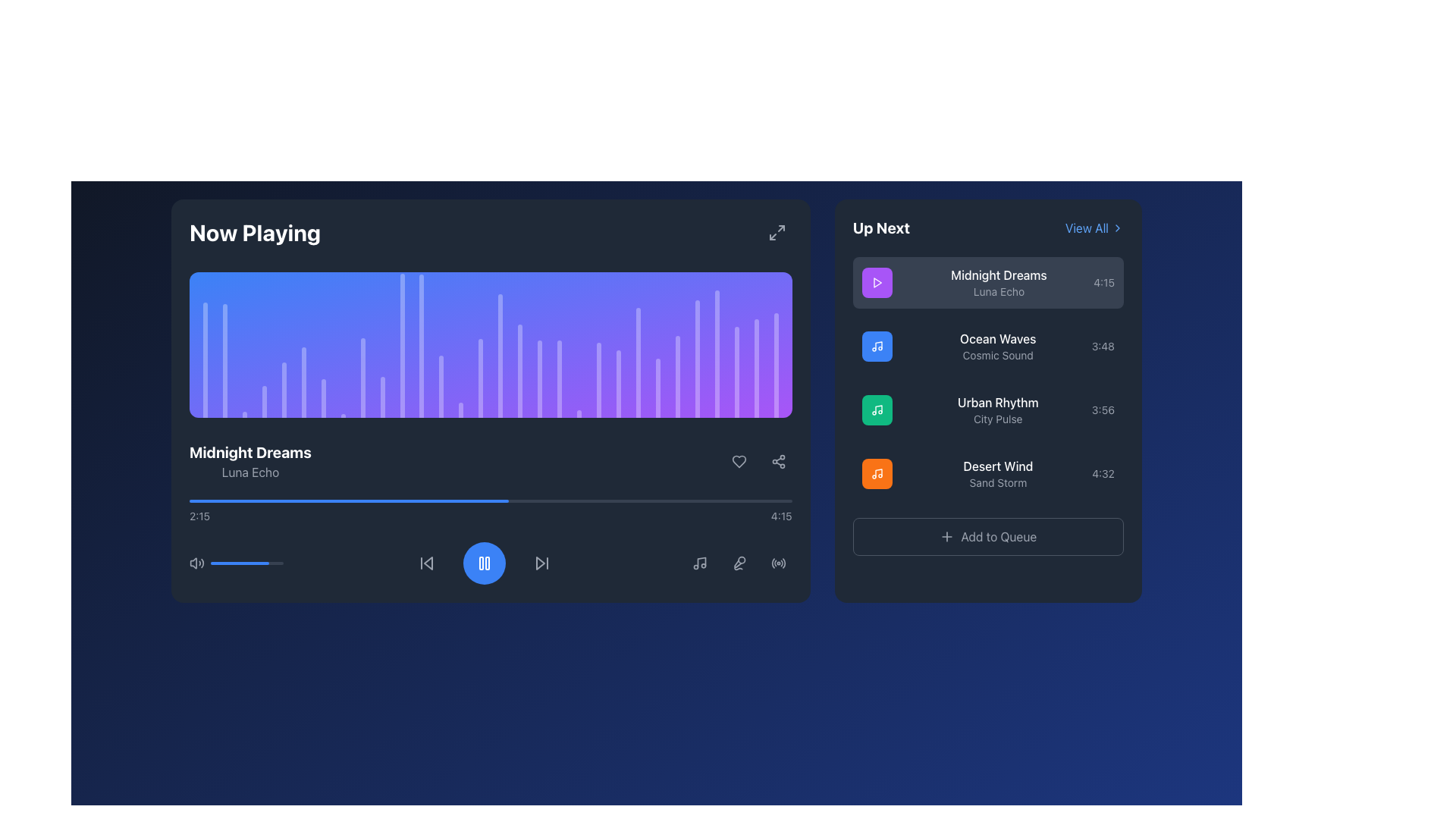  I want to click on the first List item card in the 'Up Next' sidebar section, which displays details about the currently active or queued song, so click(988, 283).